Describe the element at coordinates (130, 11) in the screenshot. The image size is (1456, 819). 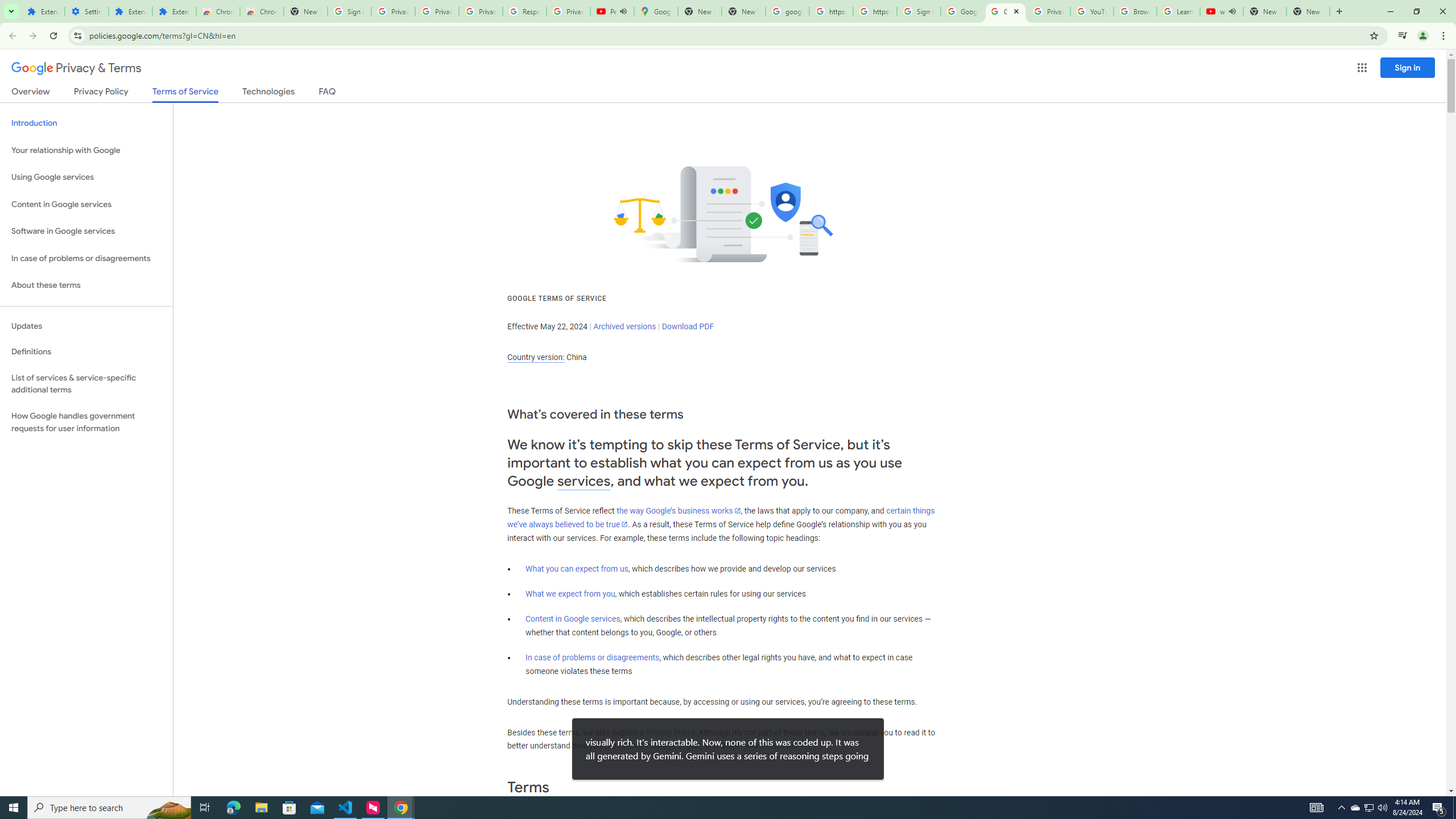
I see `'Extensions'` at that location.